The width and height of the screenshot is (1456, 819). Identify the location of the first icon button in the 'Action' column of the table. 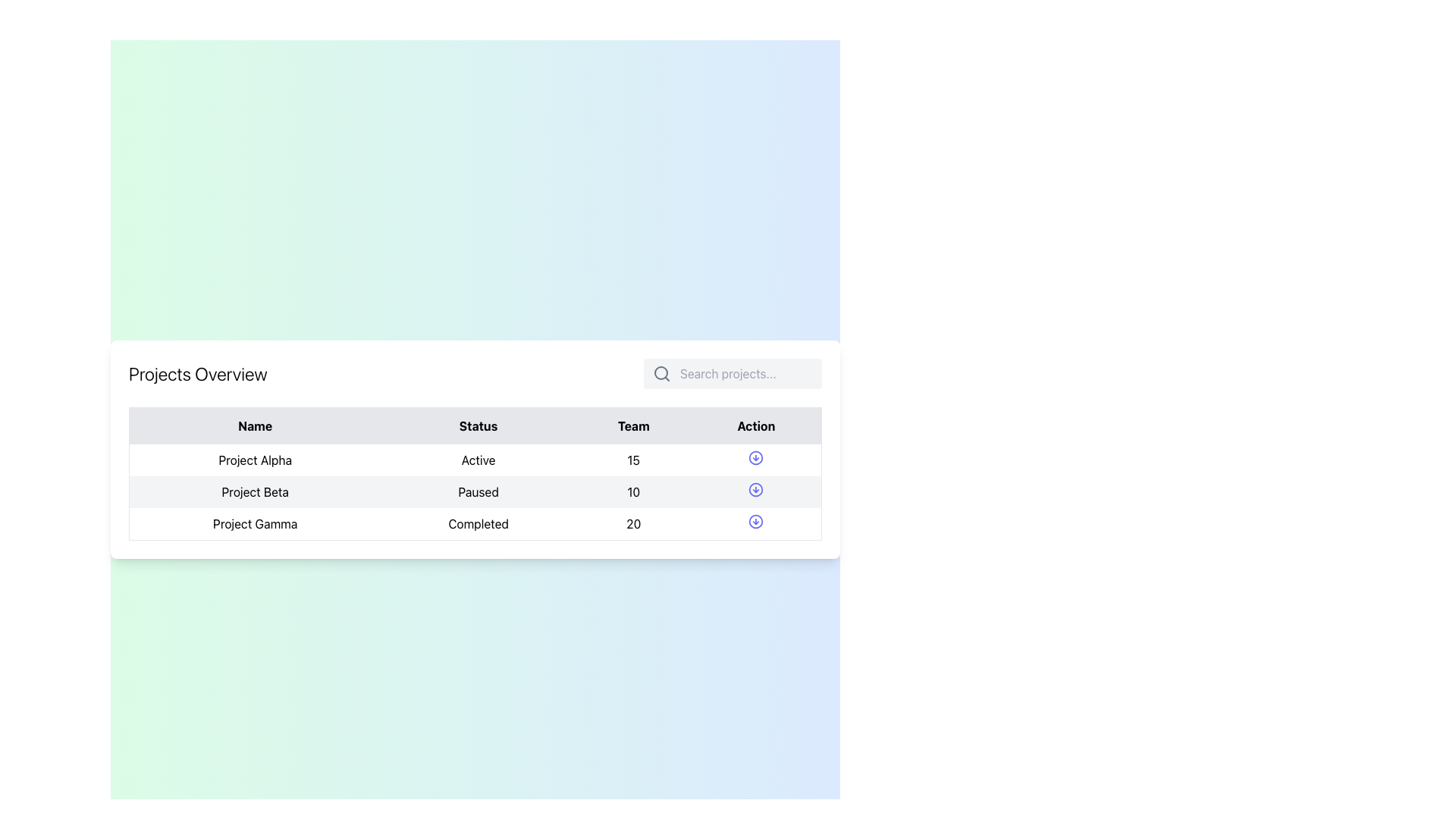
(756, 457).